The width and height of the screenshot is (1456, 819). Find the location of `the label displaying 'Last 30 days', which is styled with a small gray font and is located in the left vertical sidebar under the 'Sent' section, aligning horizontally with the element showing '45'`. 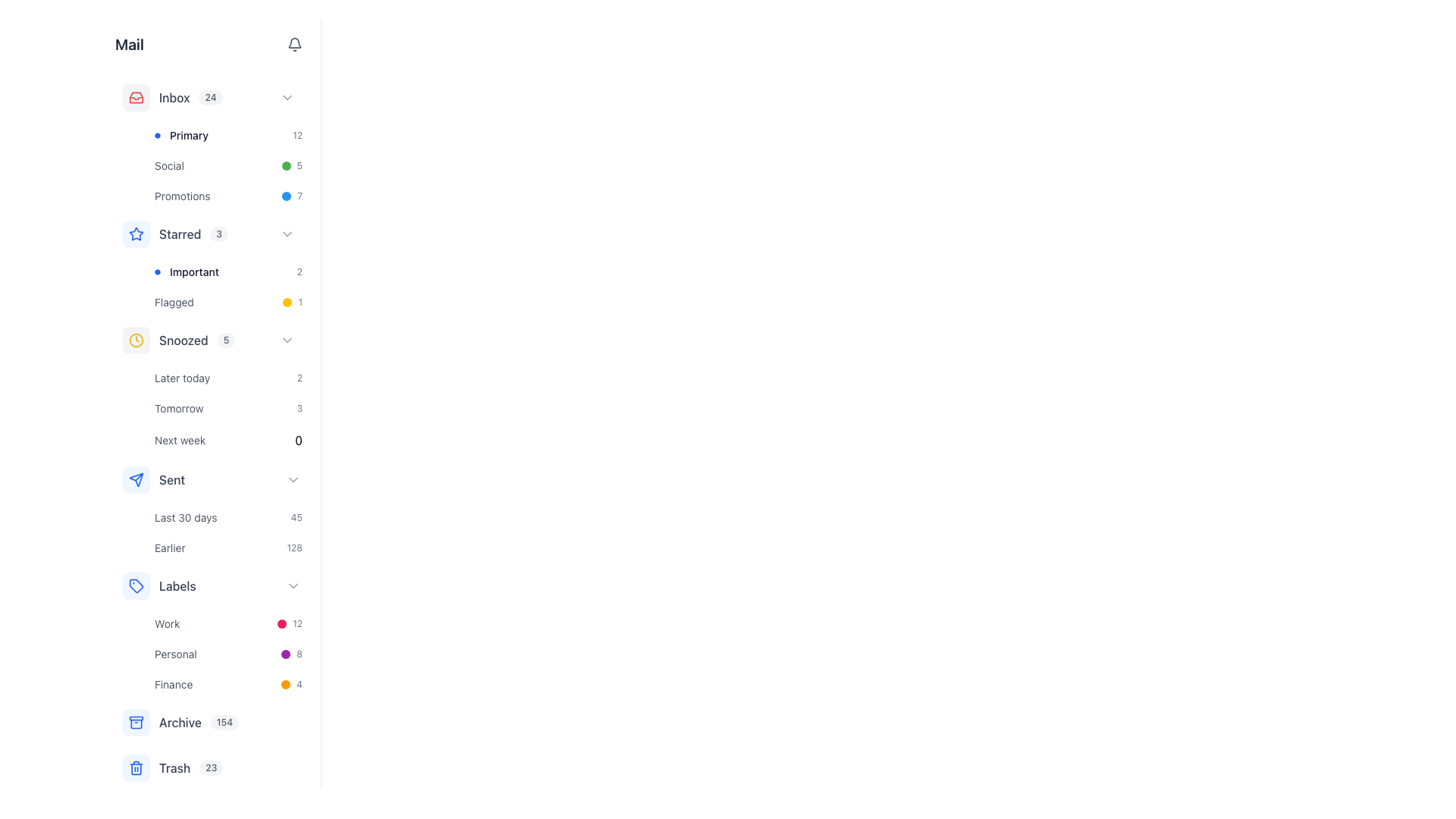

the label displaying 'Last 30 days', which is styled with a small gray font and is located in the left vertical sidebar under the 'Sent' section, aligning horizontally with the element showing '45' is located at coordinates (185, 516).